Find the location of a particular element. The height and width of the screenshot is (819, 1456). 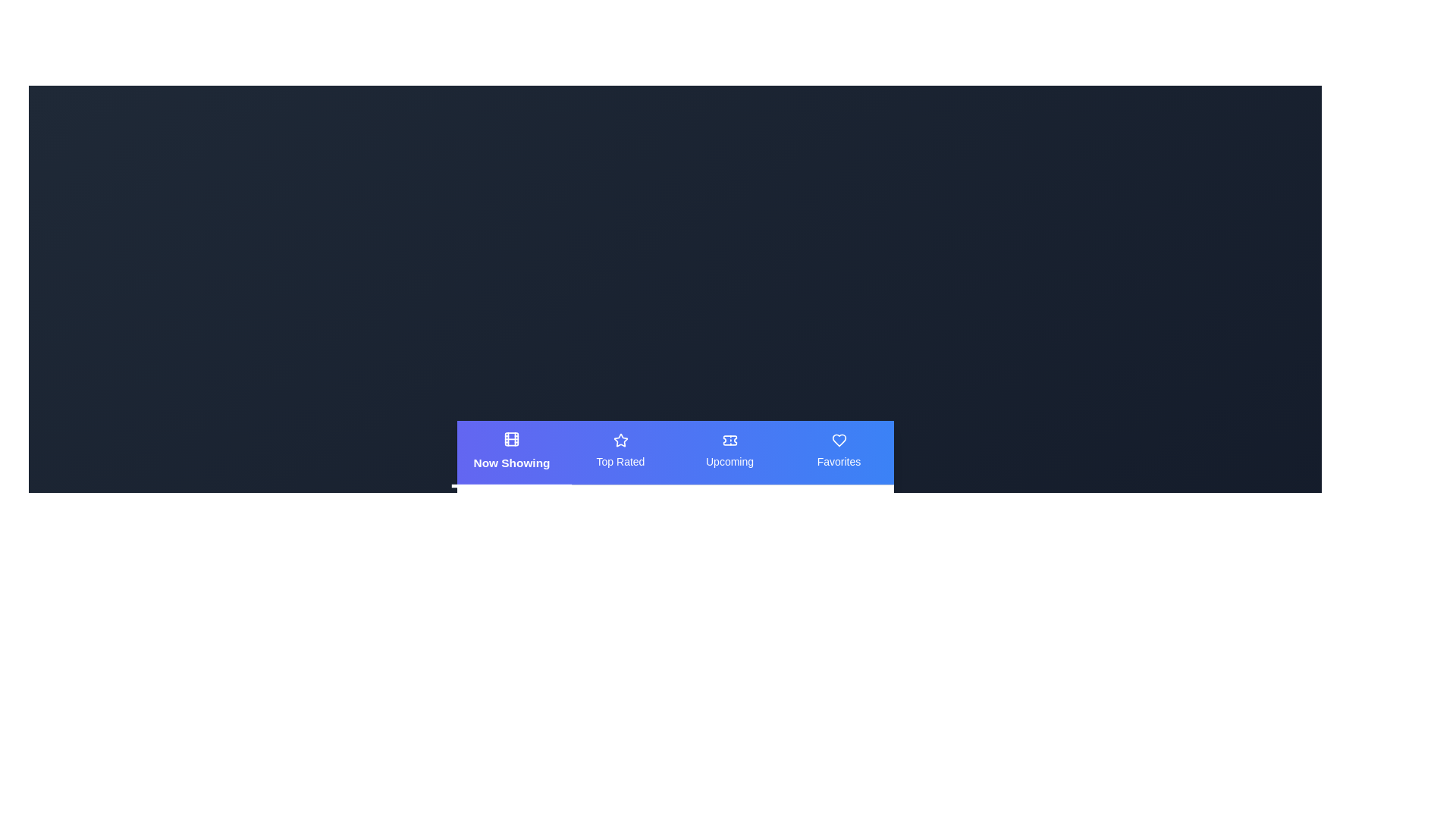

the appearance of the heart-shaped outline icon filled with blue hue located in the 'Favorites' section of the bottom navigation bar, adjacent to the 'Upcoming' section is located at coordinates (838, 440).